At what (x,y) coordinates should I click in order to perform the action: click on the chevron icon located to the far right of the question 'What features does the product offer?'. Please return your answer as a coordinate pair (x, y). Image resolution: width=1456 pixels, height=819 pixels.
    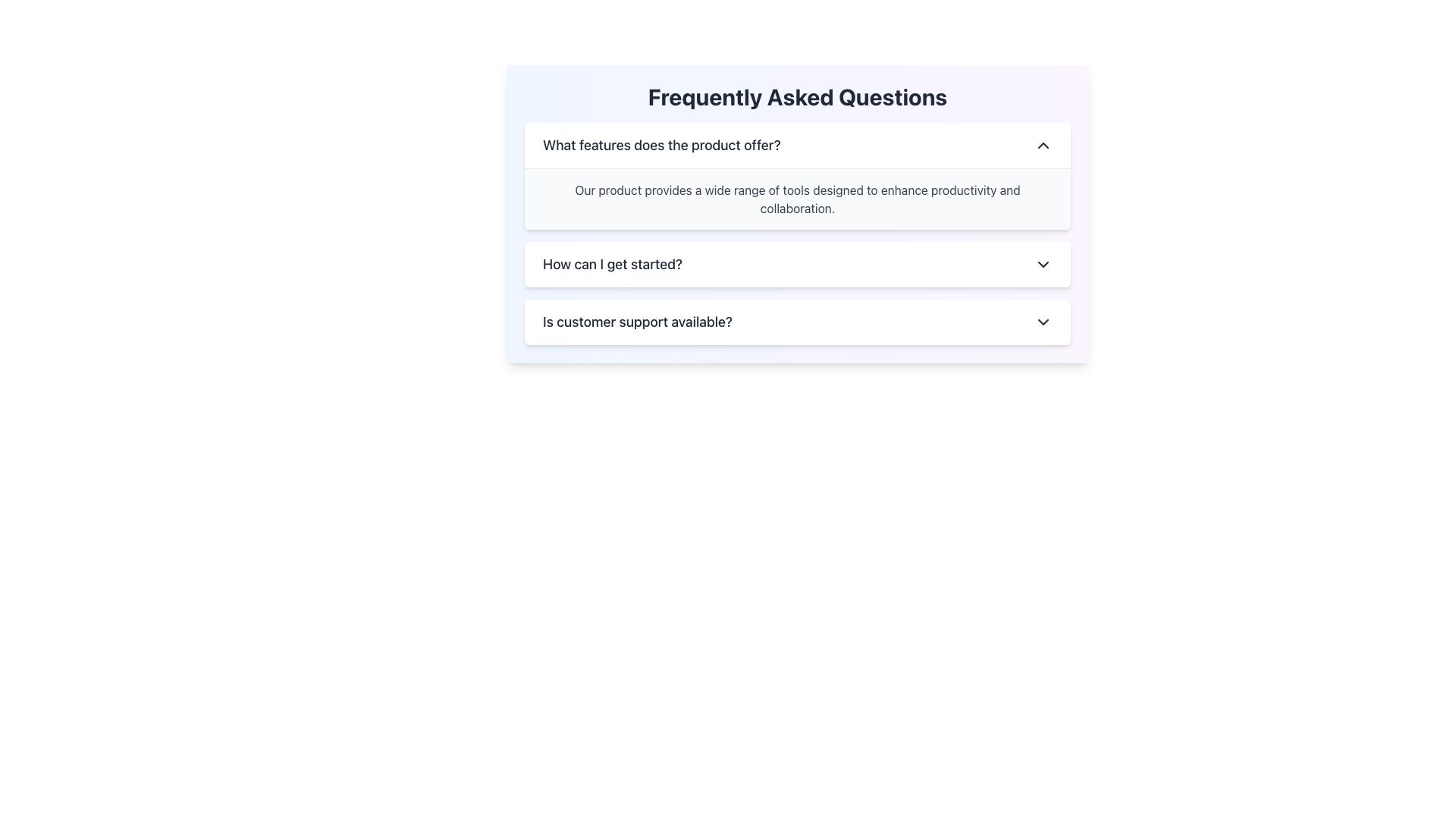
    Looking at the image, I should click on (1043, 146).